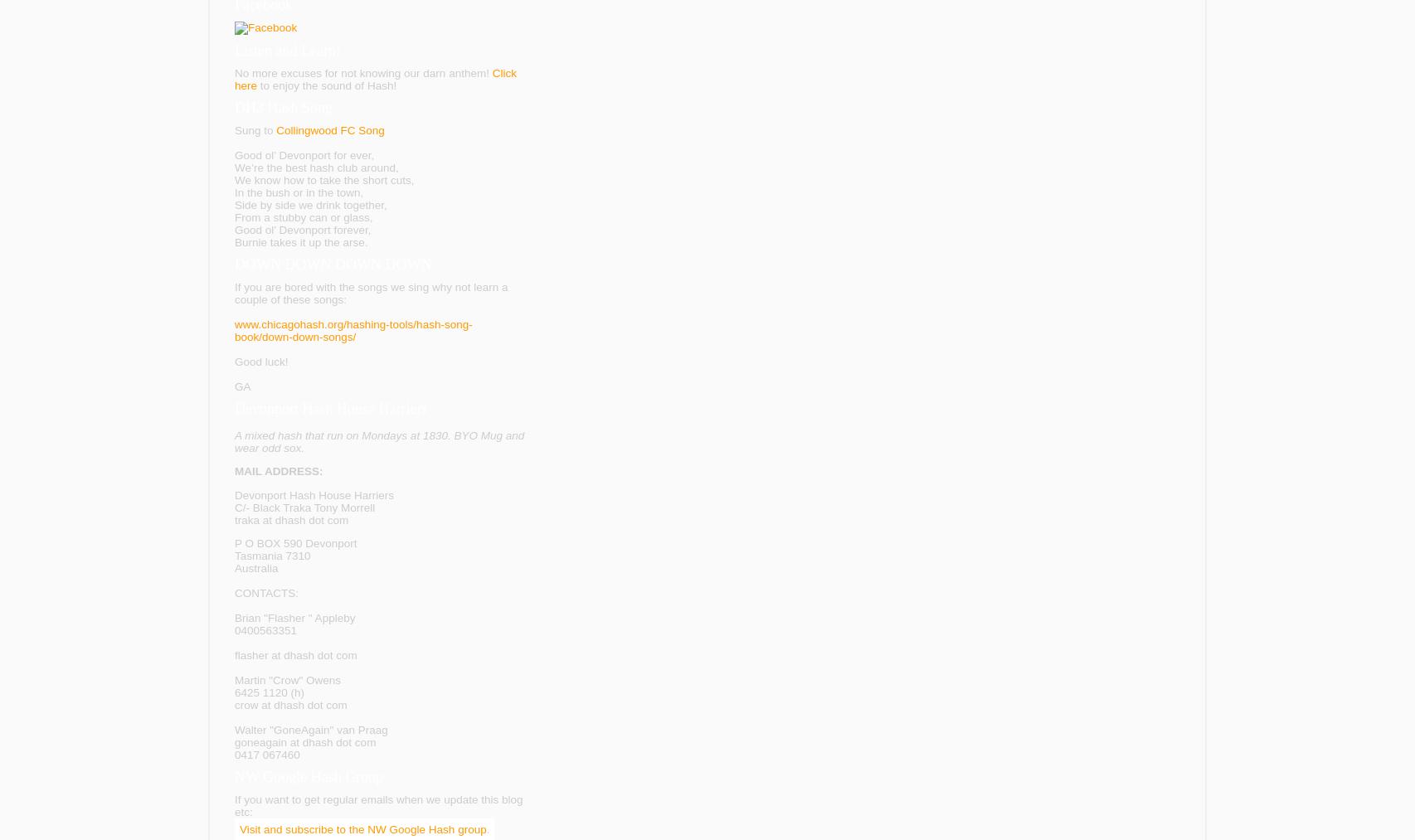  What do you see at coordinates (287, 49) in the screenshot?
I see `'Listen and Learn!'` at bounding box center [287, 49].